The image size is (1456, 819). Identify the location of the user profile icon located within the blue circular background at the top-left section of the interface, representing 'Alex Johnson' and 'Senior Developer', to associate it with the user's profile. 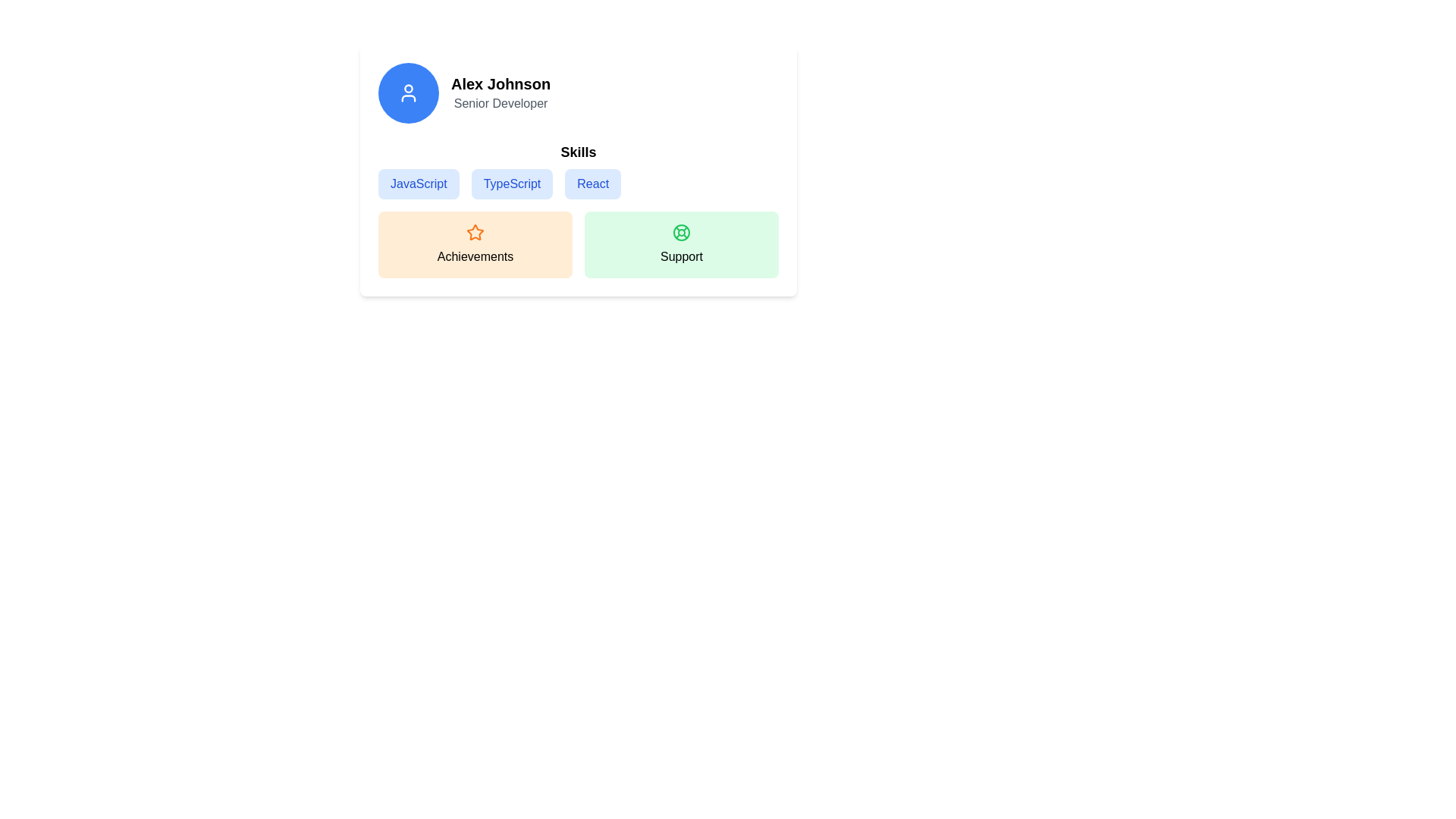
(408, 93).